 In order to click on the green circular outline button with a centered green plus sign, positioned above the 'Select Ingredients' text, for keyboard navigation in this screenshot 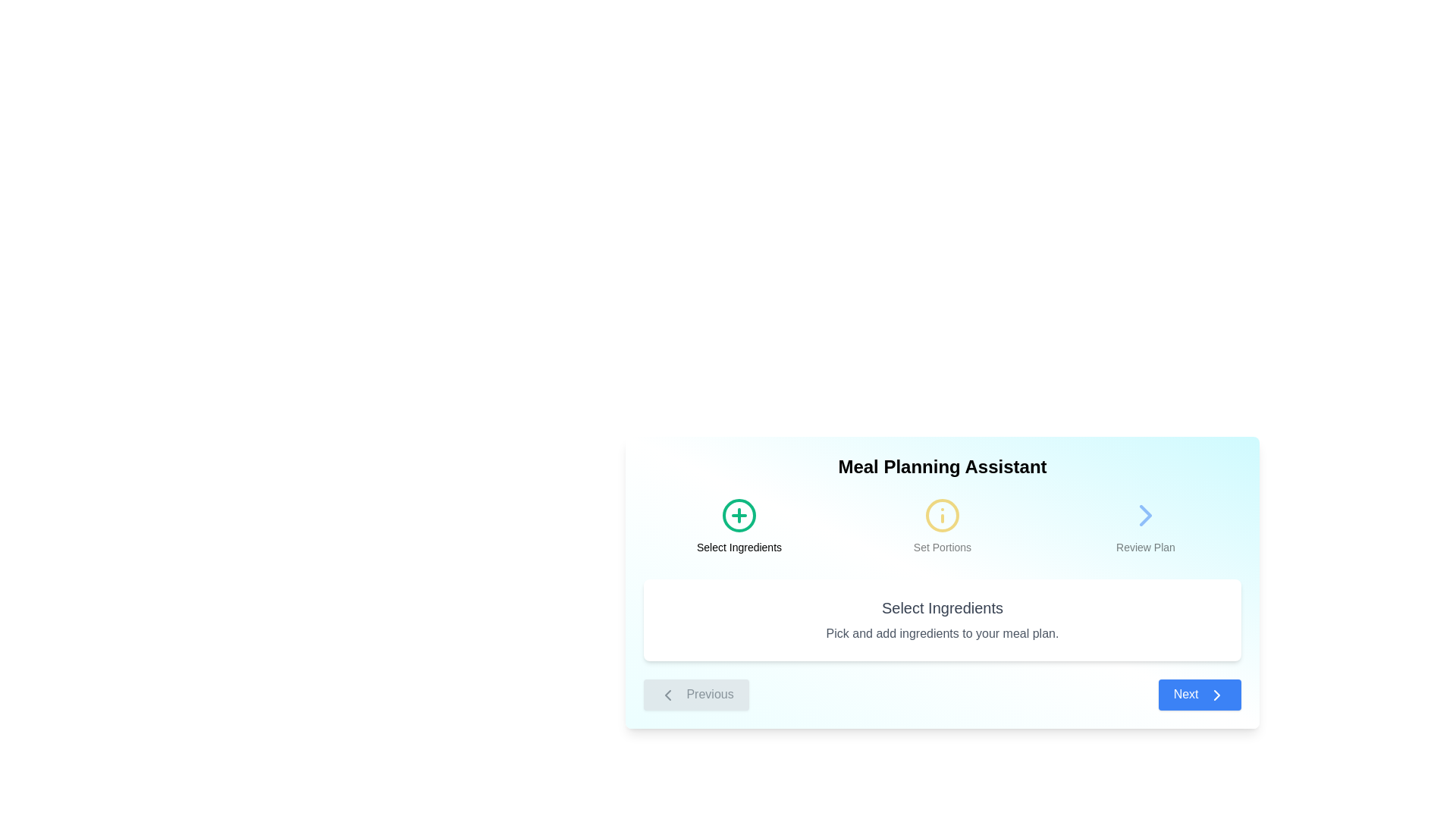, I will do `click(739, 514)`.